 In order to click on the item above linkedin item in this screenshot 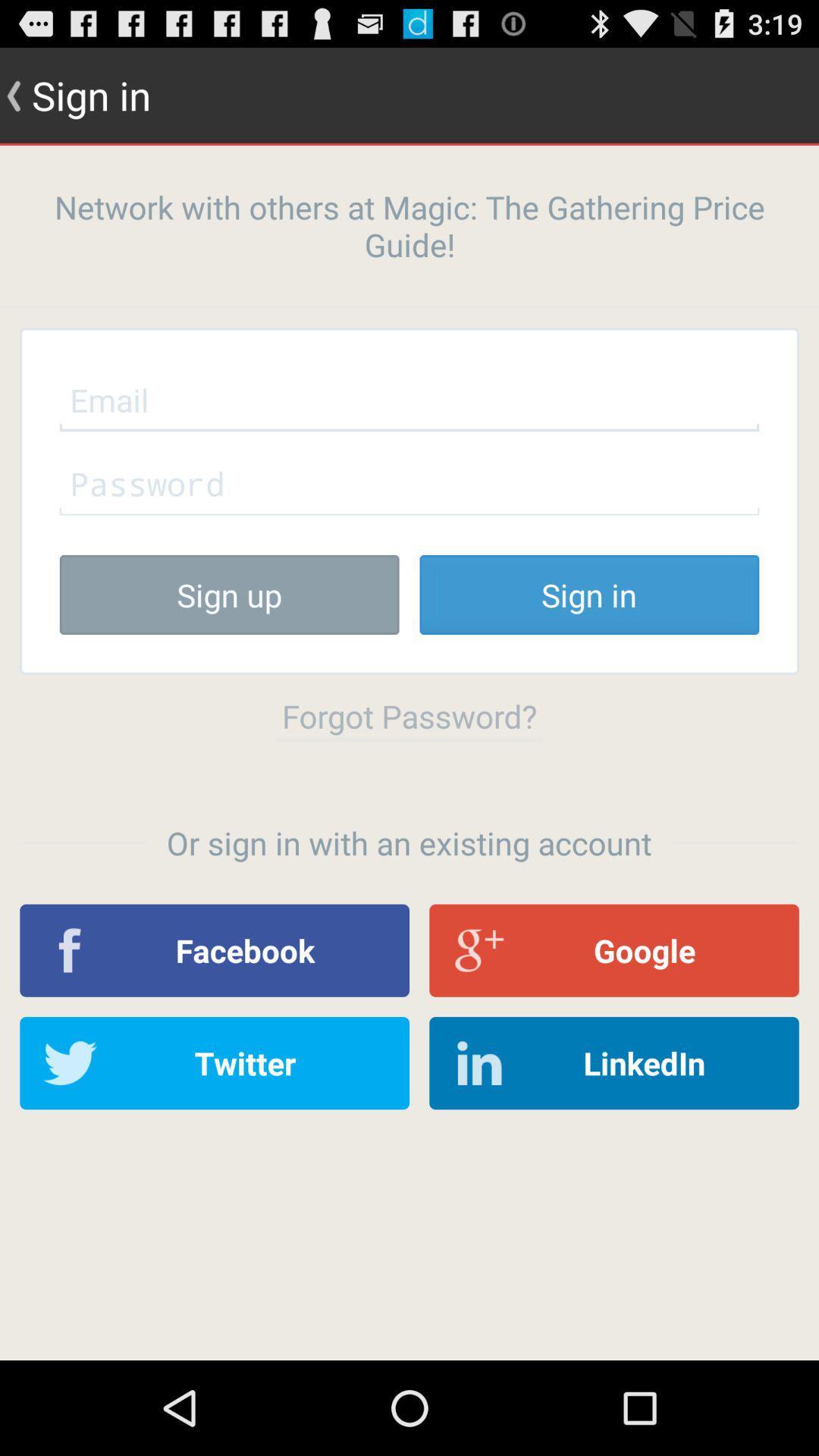, I will do `click(614, 949)`.